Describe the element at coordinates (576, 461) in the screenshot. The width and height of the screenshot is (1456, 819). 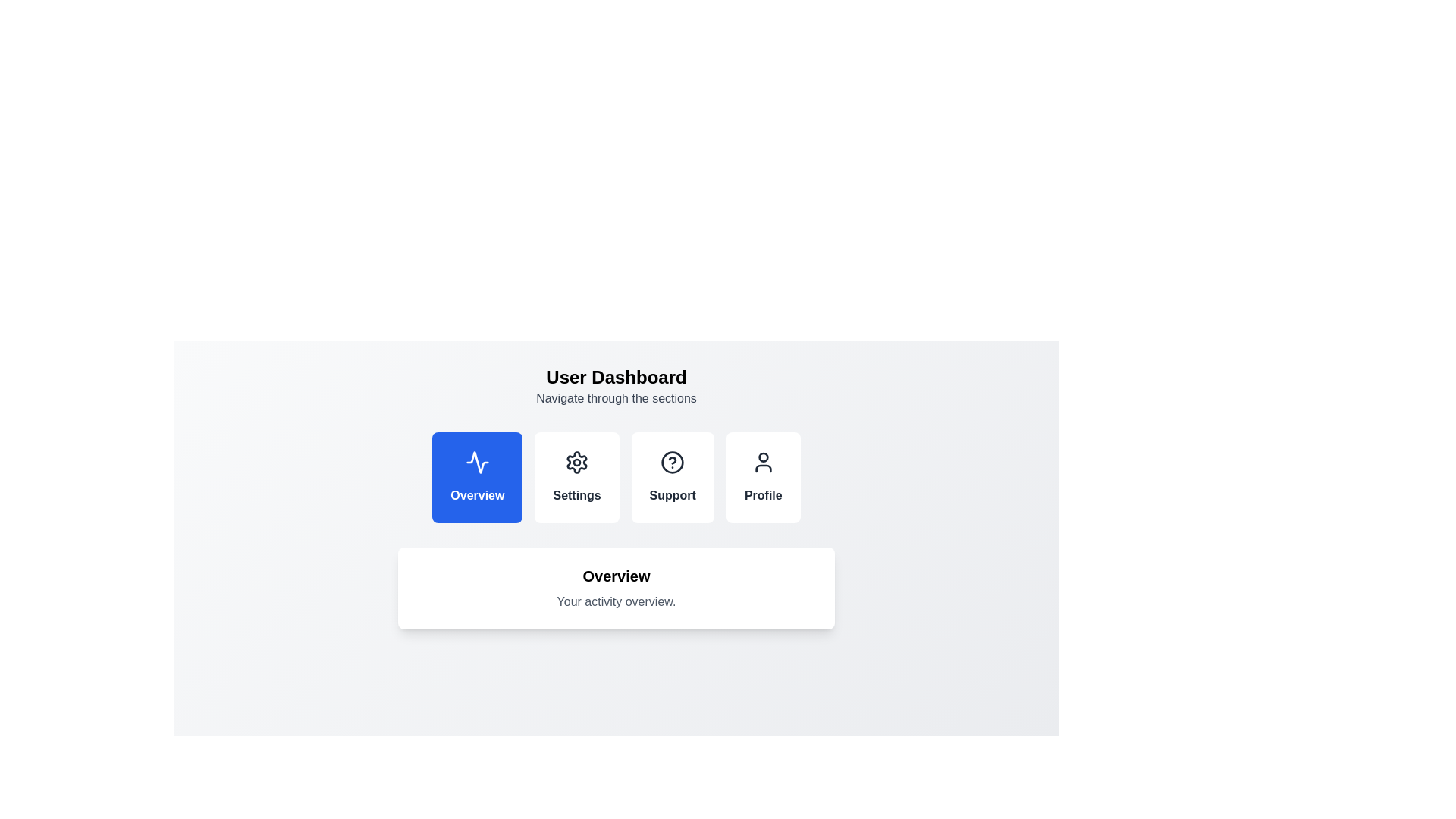
I see `the gear icon inside the 'Settings' button` at that location.